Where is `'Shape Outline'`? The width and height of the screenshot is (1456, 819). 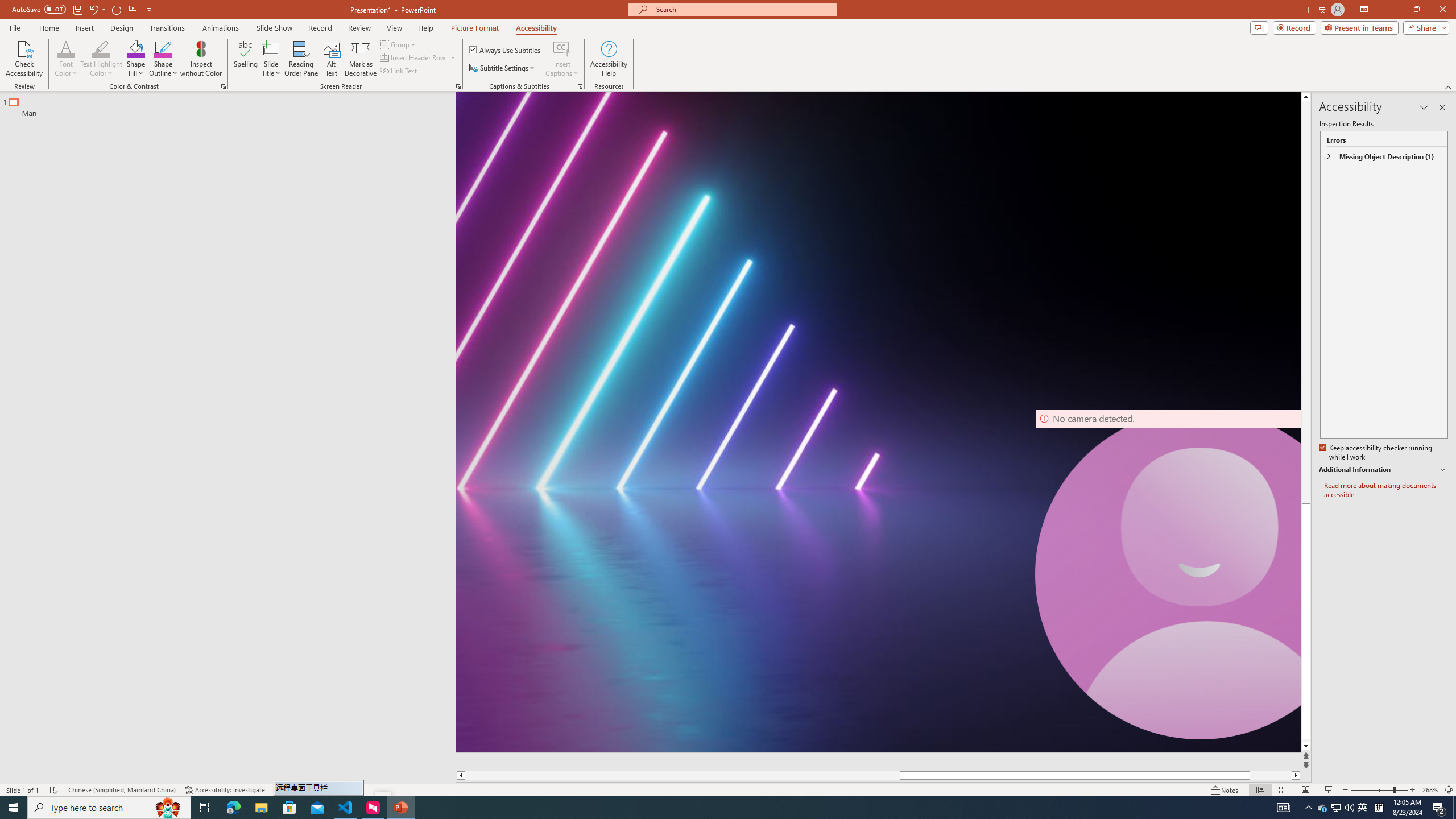 'Shape Outline' is located at coordinates (164, 59).